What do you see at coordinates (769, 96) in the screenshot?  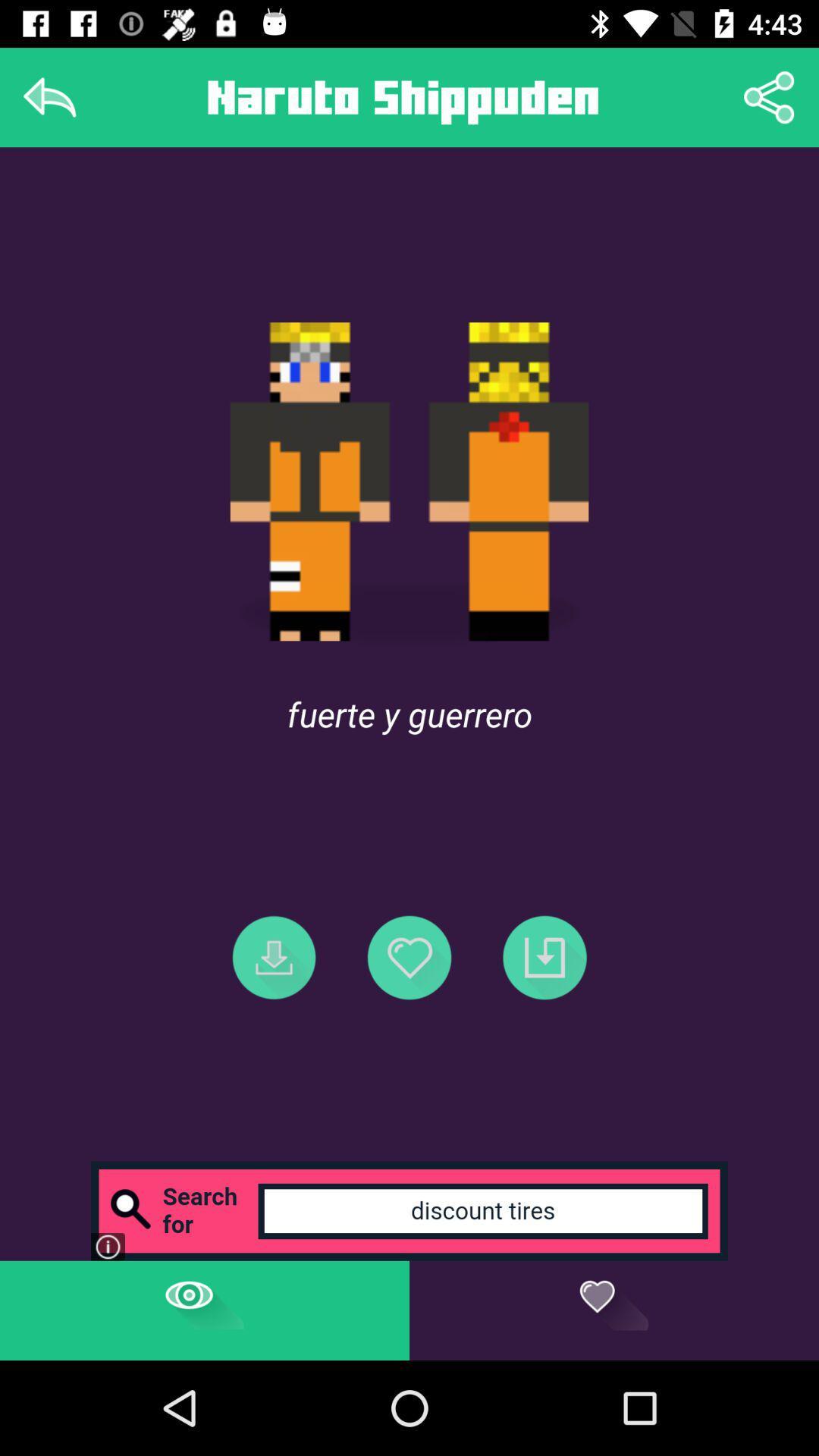 I see `the share icon` at bounding box center [769, 96].